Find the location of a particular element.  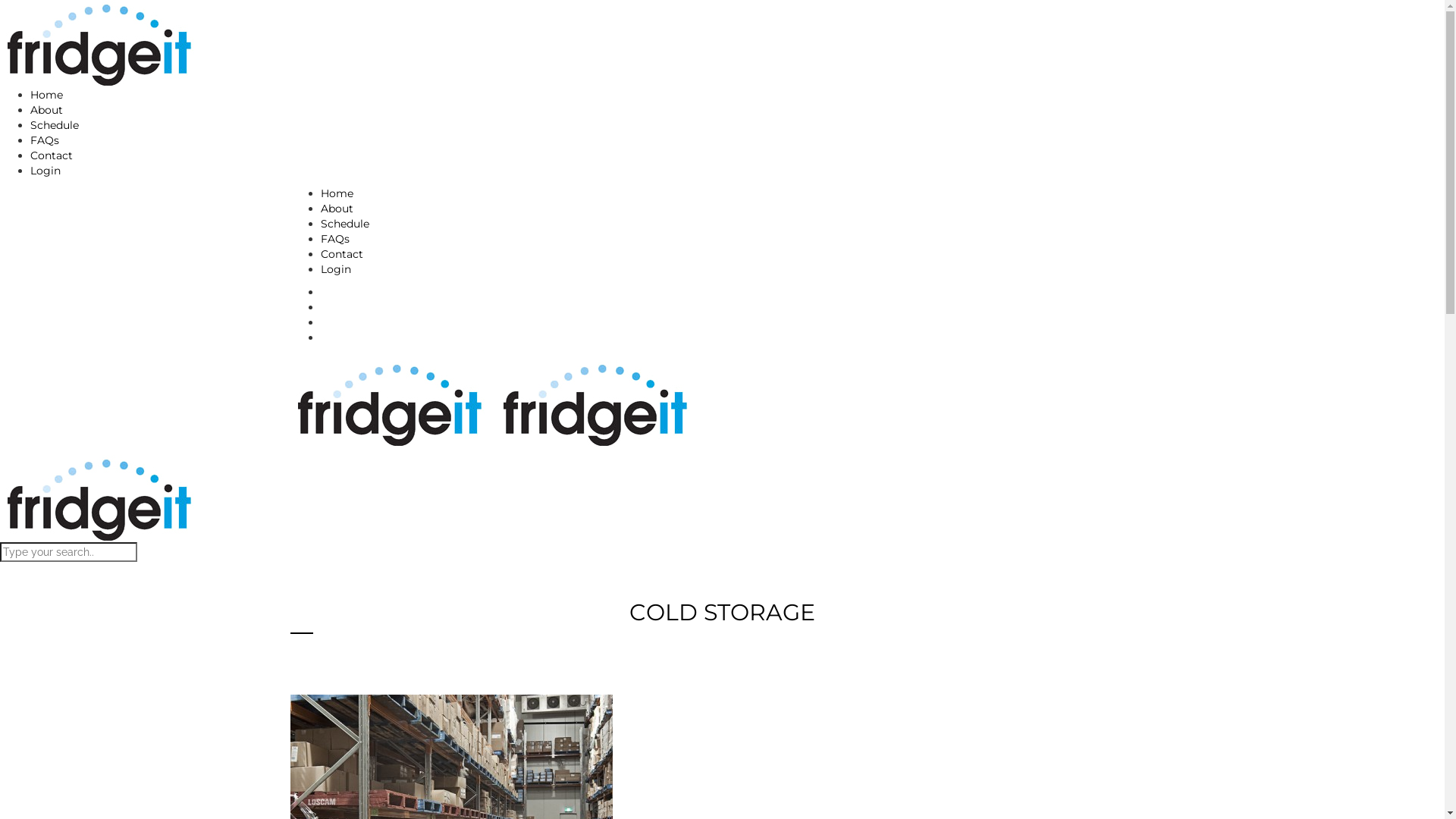

'Login' is located at coordinates (45, 170).